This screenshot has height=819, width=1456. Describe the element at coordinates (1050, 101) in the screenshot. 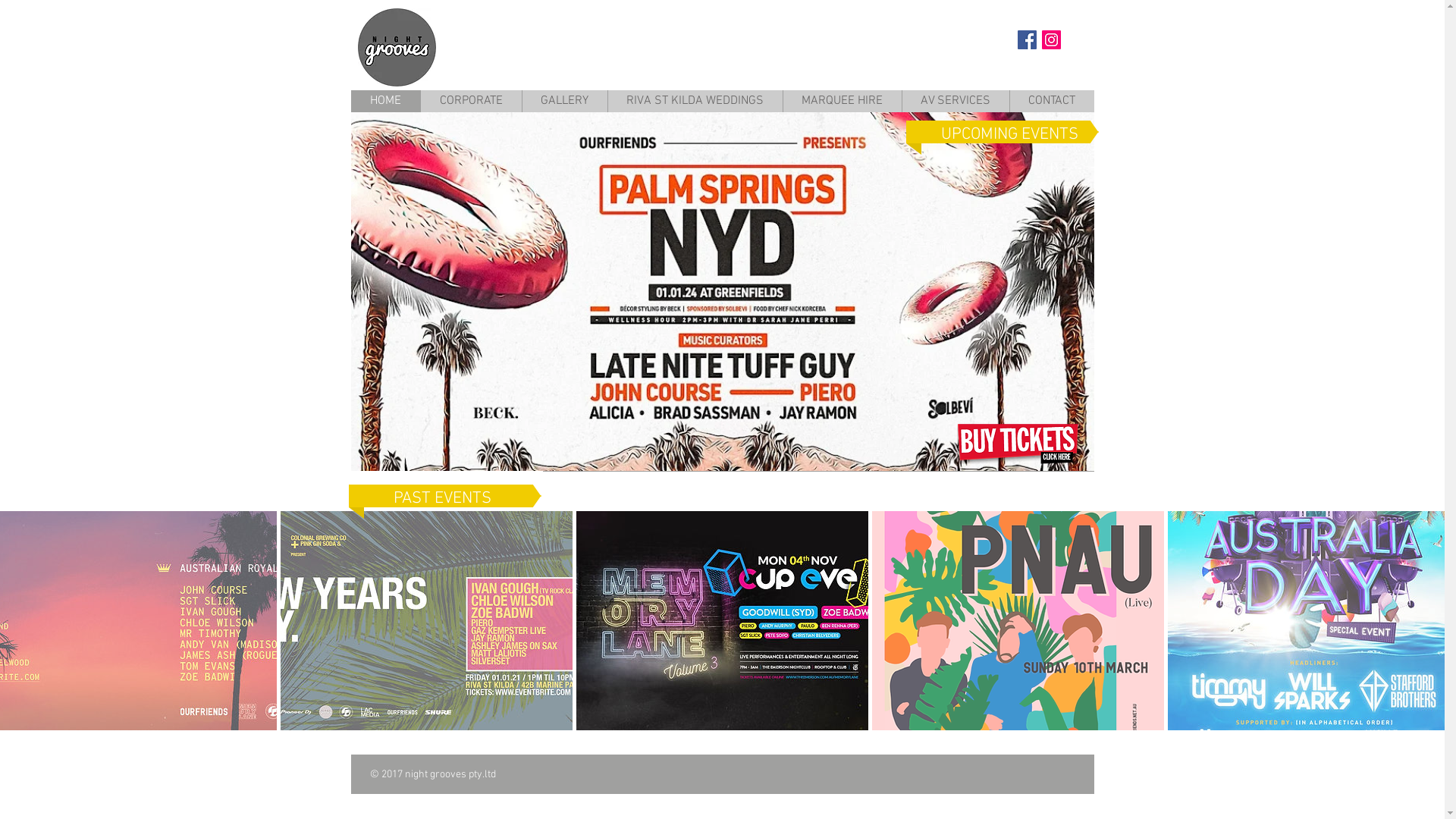

I see `'CONTACT'` at that location.